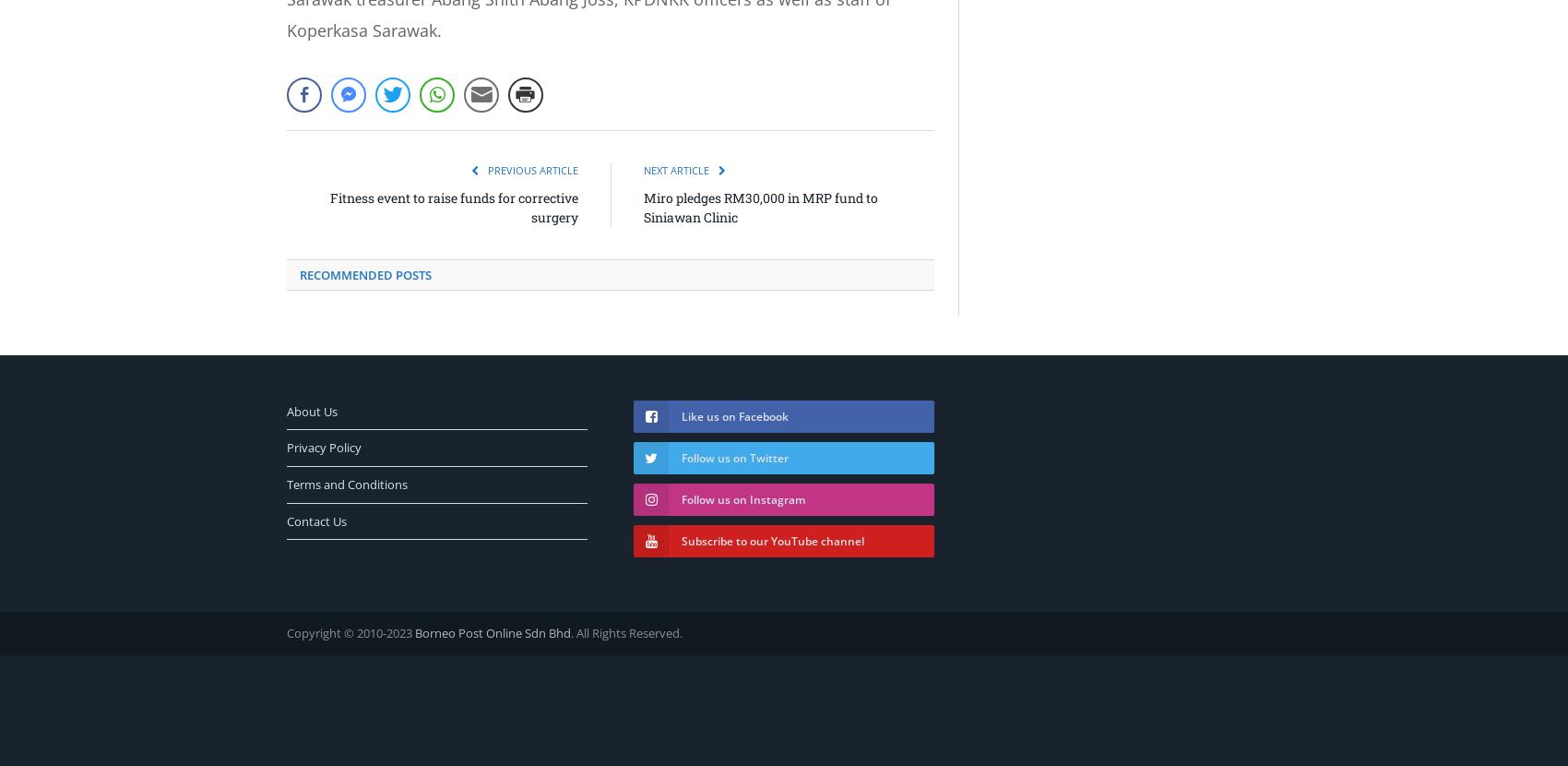  What do you see at coordinates (733, 415) in the screenshot?
I see `'Like us on Facebook'` at bounding box center [733, 415].